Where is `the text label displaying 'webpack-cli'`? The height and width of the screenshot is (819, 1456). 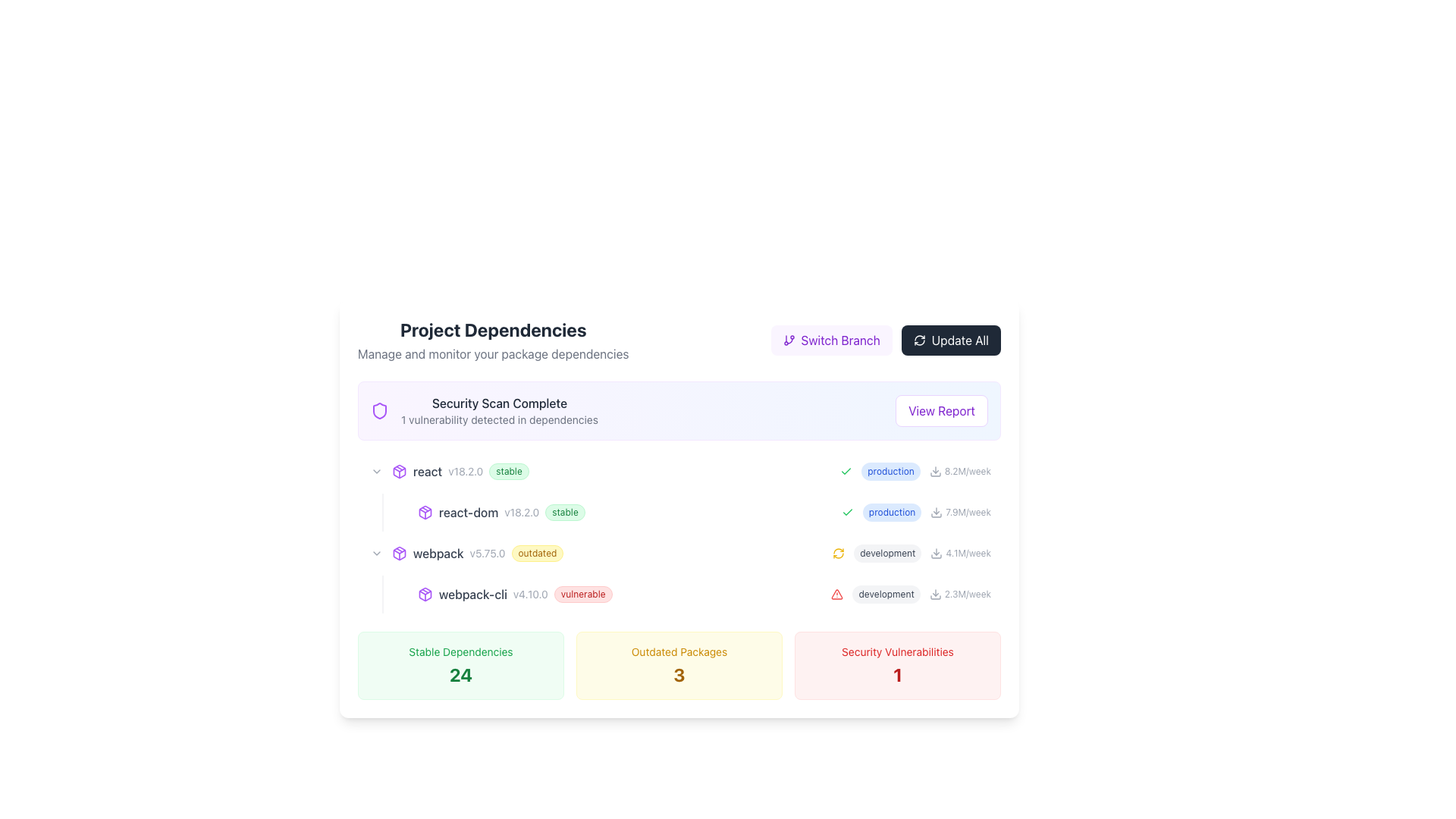 the text label displaying 'webpack-cli' is located at coordinates (472, 593).